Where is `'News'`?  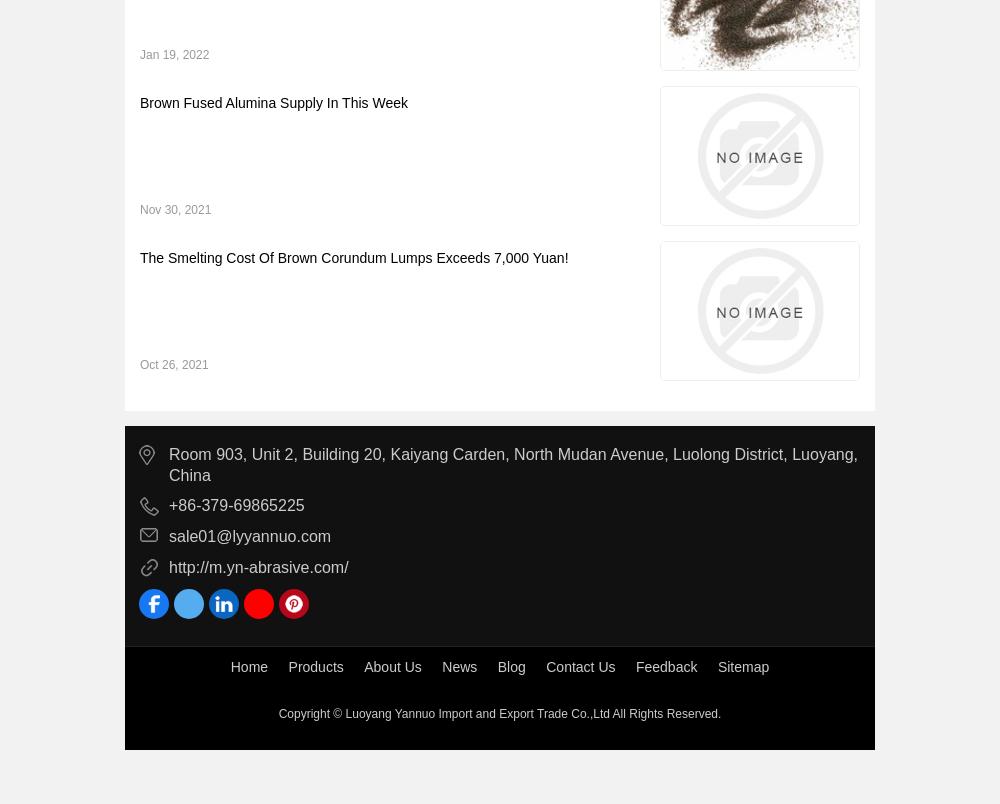 'News' is located at coordinates (441, 665).